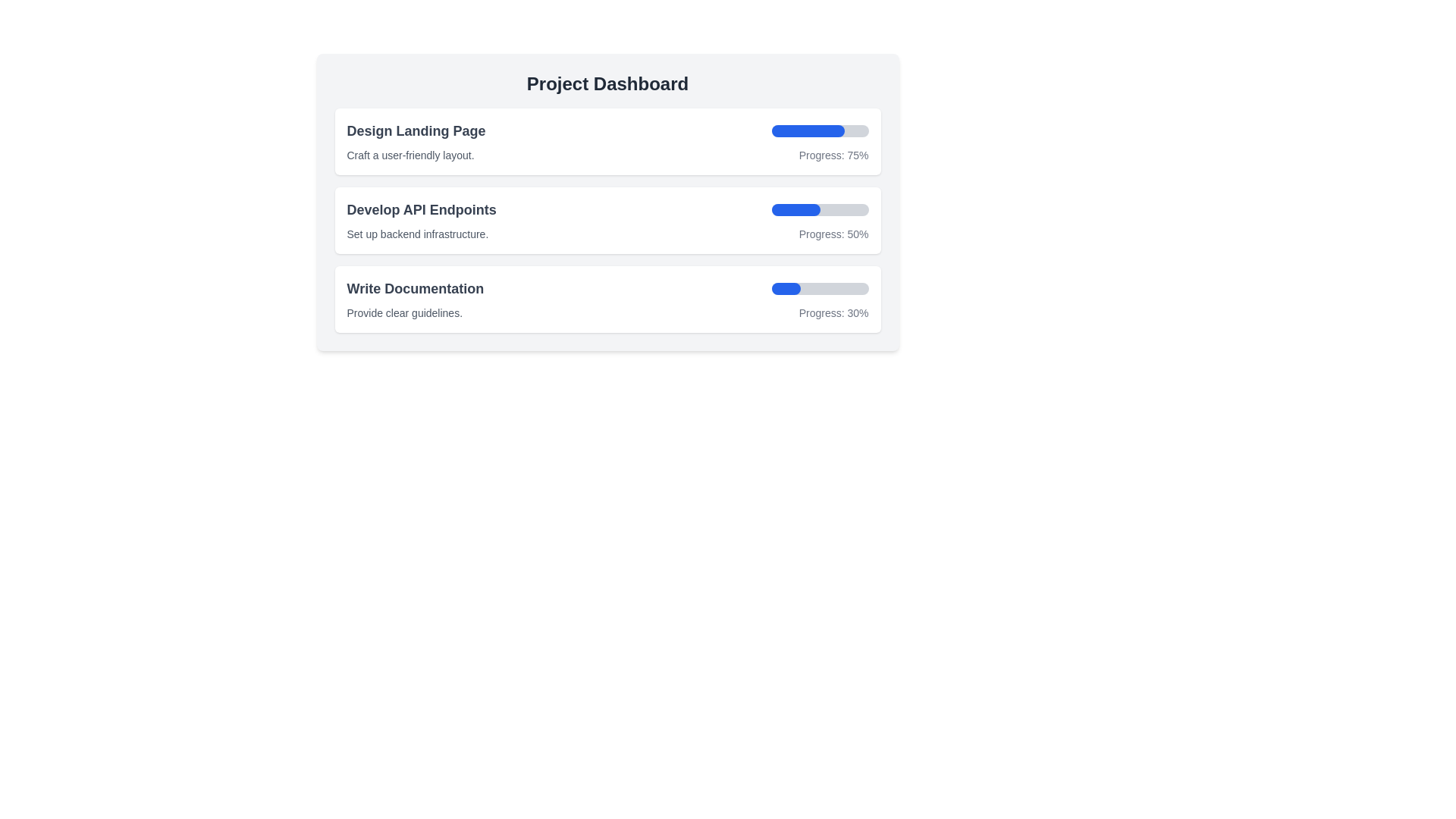 This screenshot has width=1456, height=819. What do you see at coordinates (404, 312) in the screenshot?
I see `the text label 'Provide clear guidelines.' located below the title 'Write Documentation' in the third task box of the Project Dashboard` at bounding box center [404, 312].